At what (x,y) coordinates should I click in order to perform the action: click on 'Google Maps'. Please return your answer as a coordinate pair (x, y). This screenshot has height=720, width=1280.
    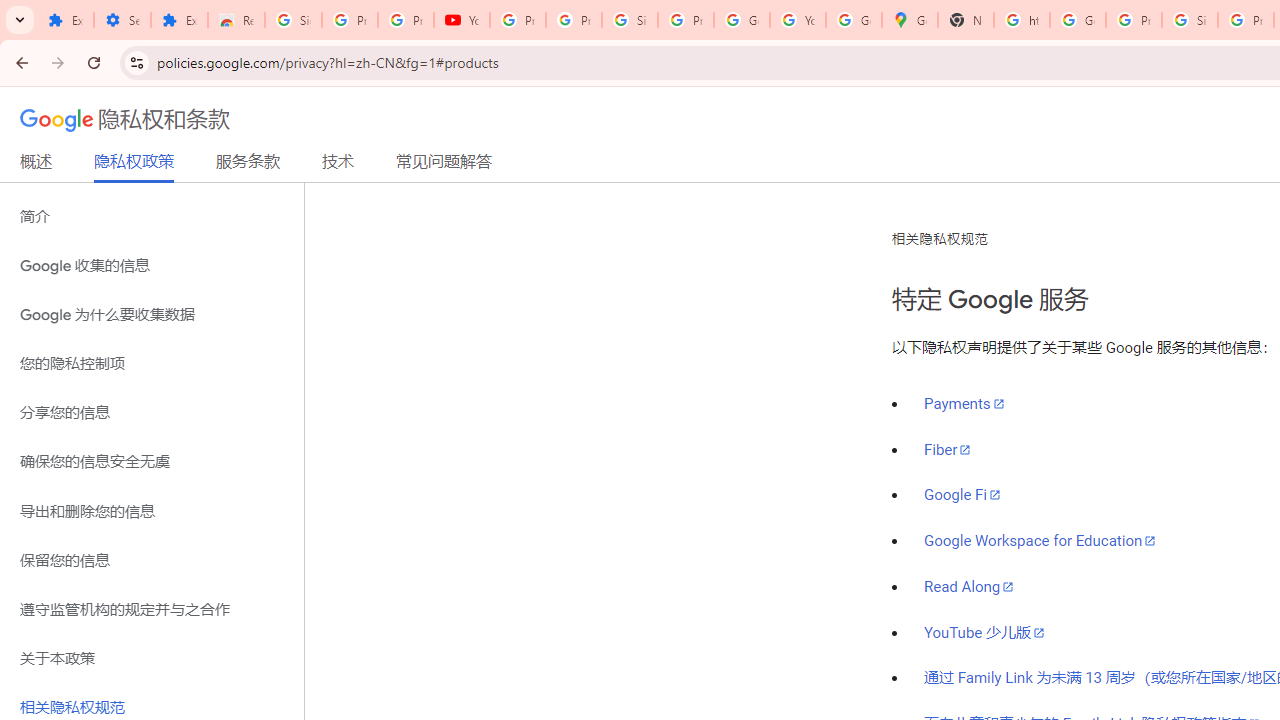
    Looking at the image, I should click on (909, 20).